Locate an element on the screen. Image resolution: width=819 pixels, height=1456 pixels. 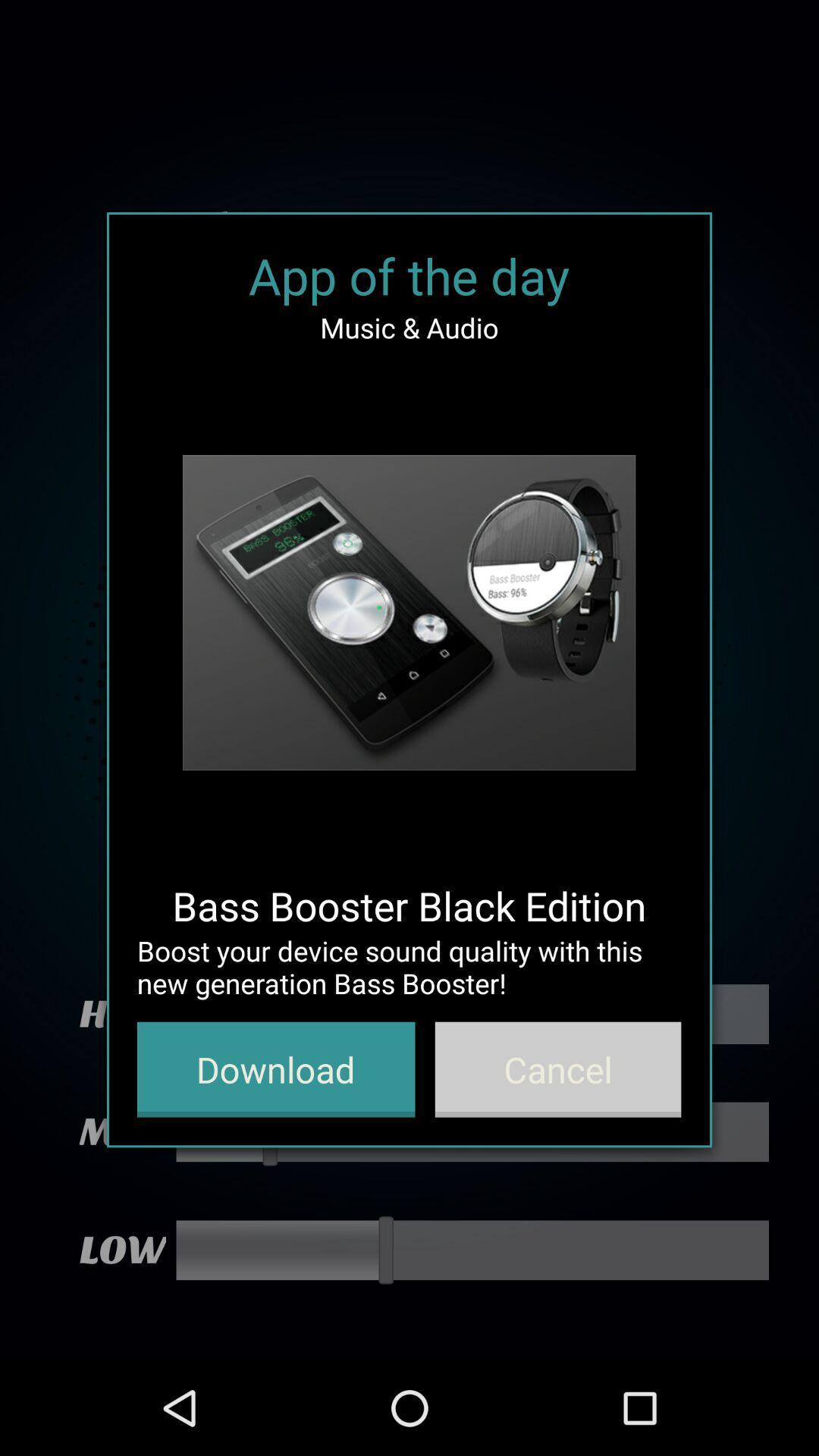
the item next to download is located at coordinates (558, 1068).